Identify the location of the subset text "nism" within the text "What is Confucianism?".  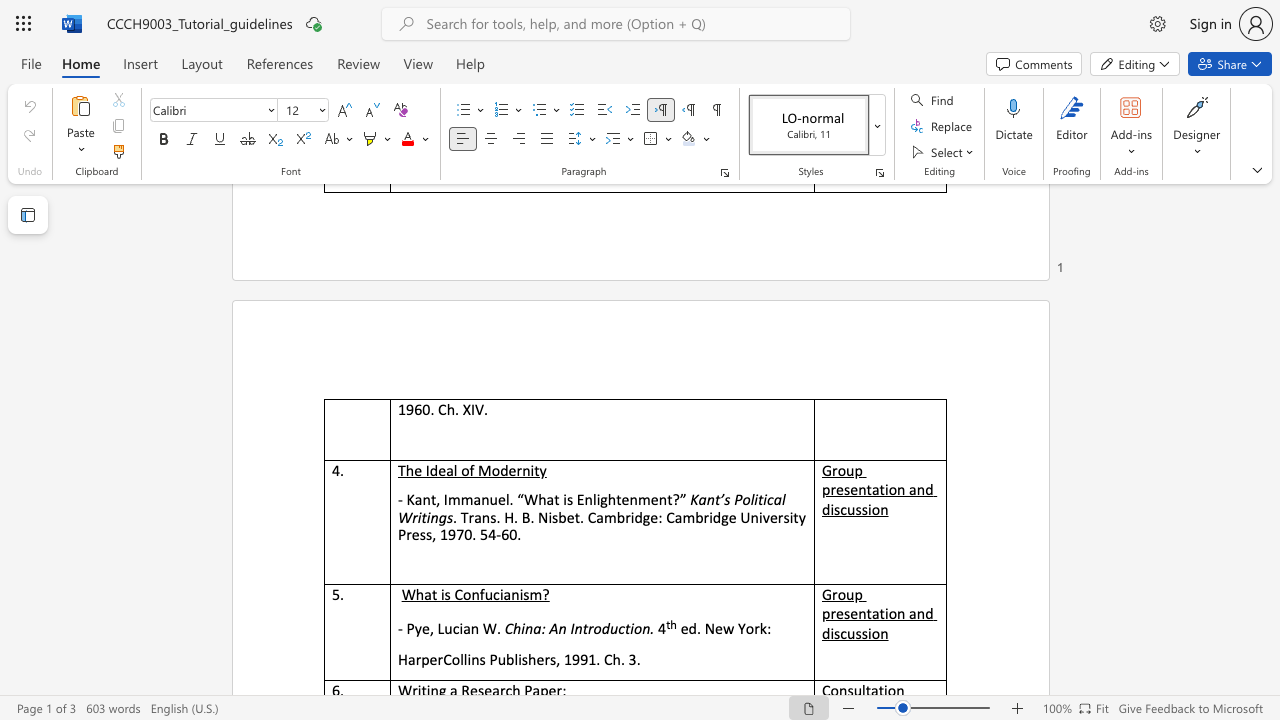
(511, 593).